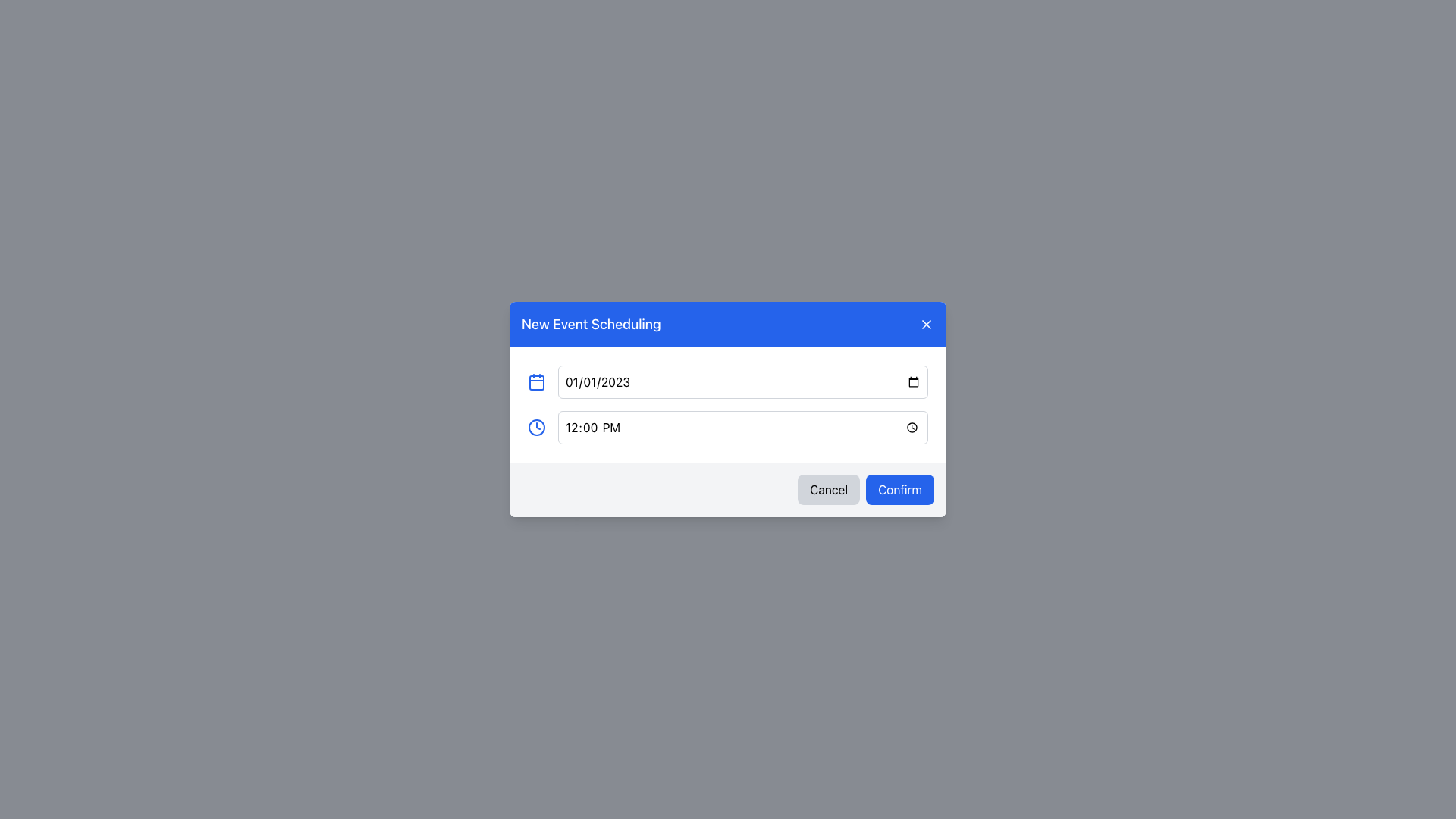 This screenshot has height=819, width=1456. Describe the element at coordinates (728, 427) in the screenshot. I see `and edit the time field in the Interactive Time Selector Row, located below the date row in the 'New Event Scheduling' dialog box` at that location.